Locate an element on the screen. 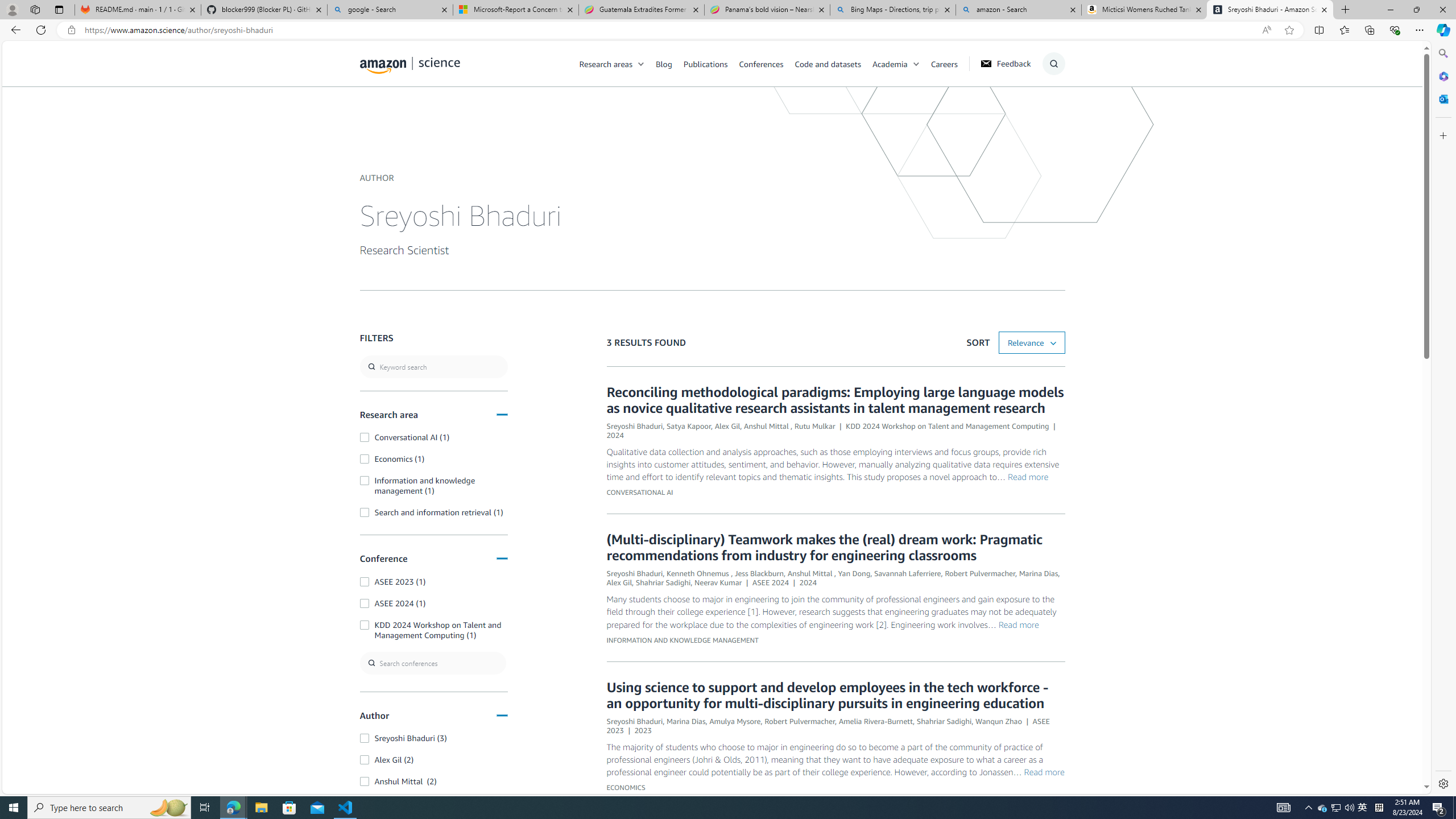  'Wanqun Zhao' is located at coordinates (999, 721).